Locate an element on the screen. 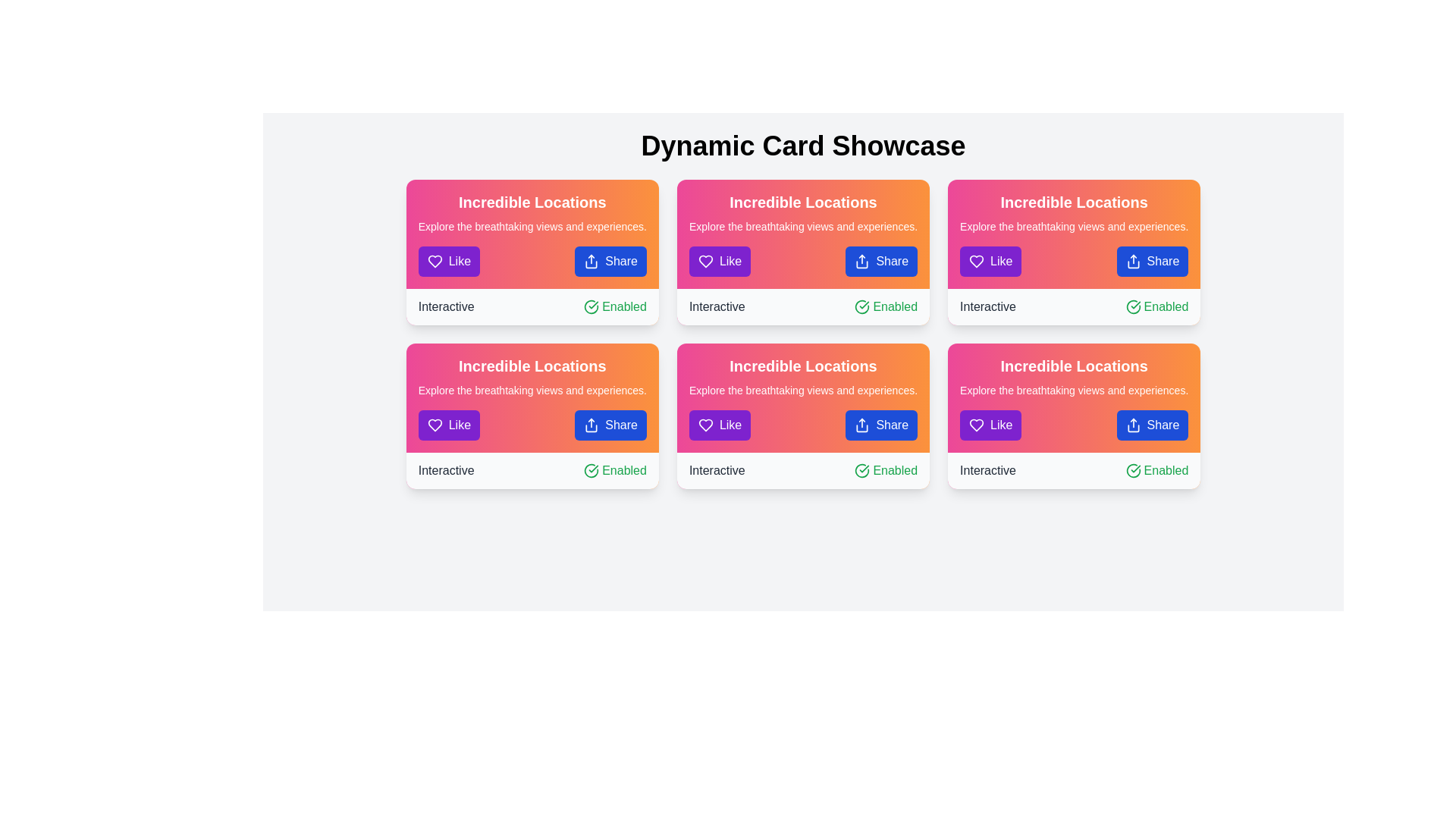 The image size is (1456, 819). the prominent title text element that serves as the headline for the dynamic card showcase, located at the top of the application layout is located at coordinates (802, 146).